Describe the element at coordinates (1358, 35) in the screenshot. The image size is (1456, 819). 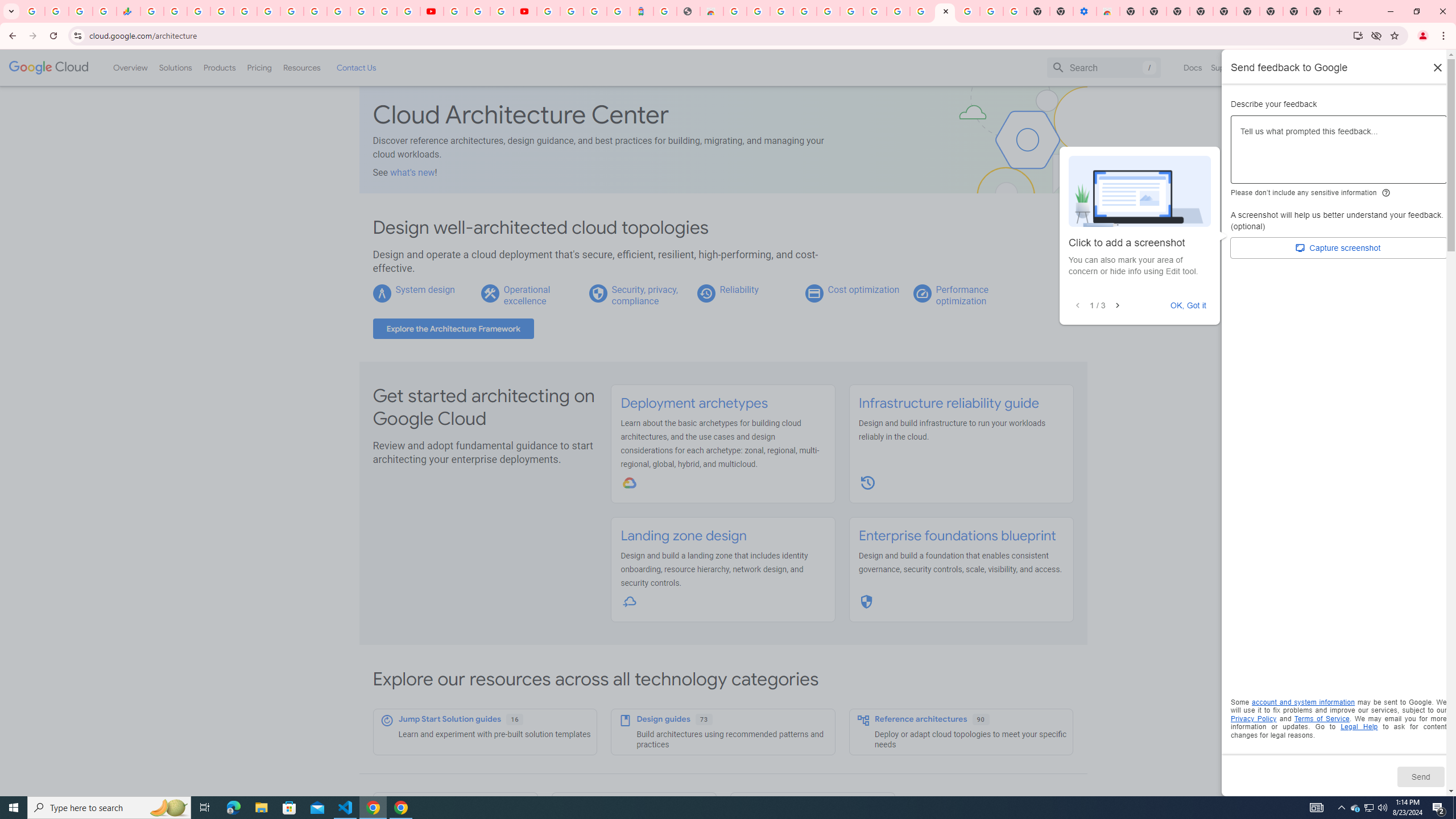
I see `'Install Google Cloud'` at that location.